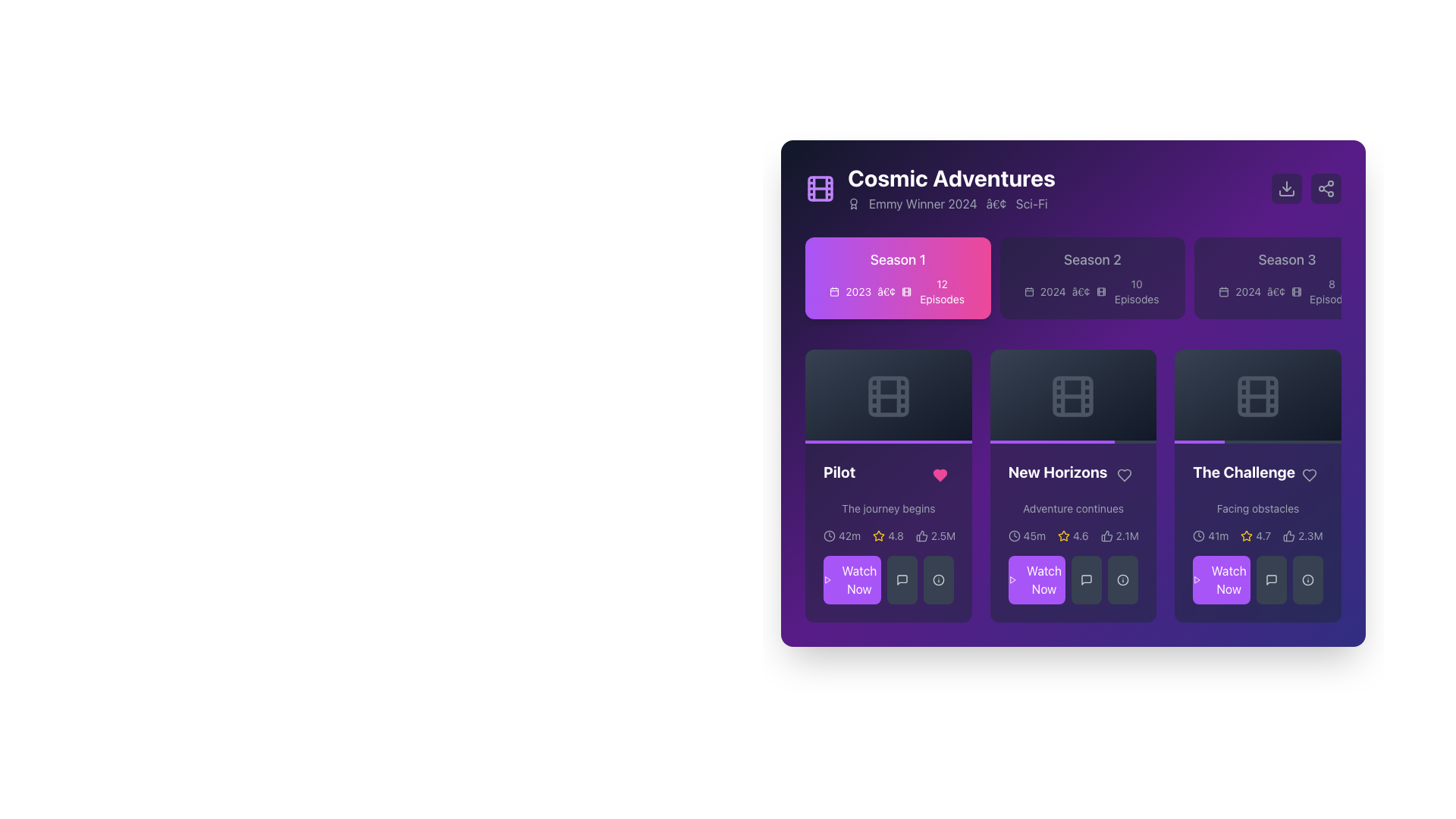 This screenshot has height=819, width=1456. Describe the element at coordinates (1031, 203) in the screenshot. I see `genre information from the Text label located to the far right of the media description, which follows the text 'Emmy Winner 2024' and a separating dot symbol ('•')` at that location.